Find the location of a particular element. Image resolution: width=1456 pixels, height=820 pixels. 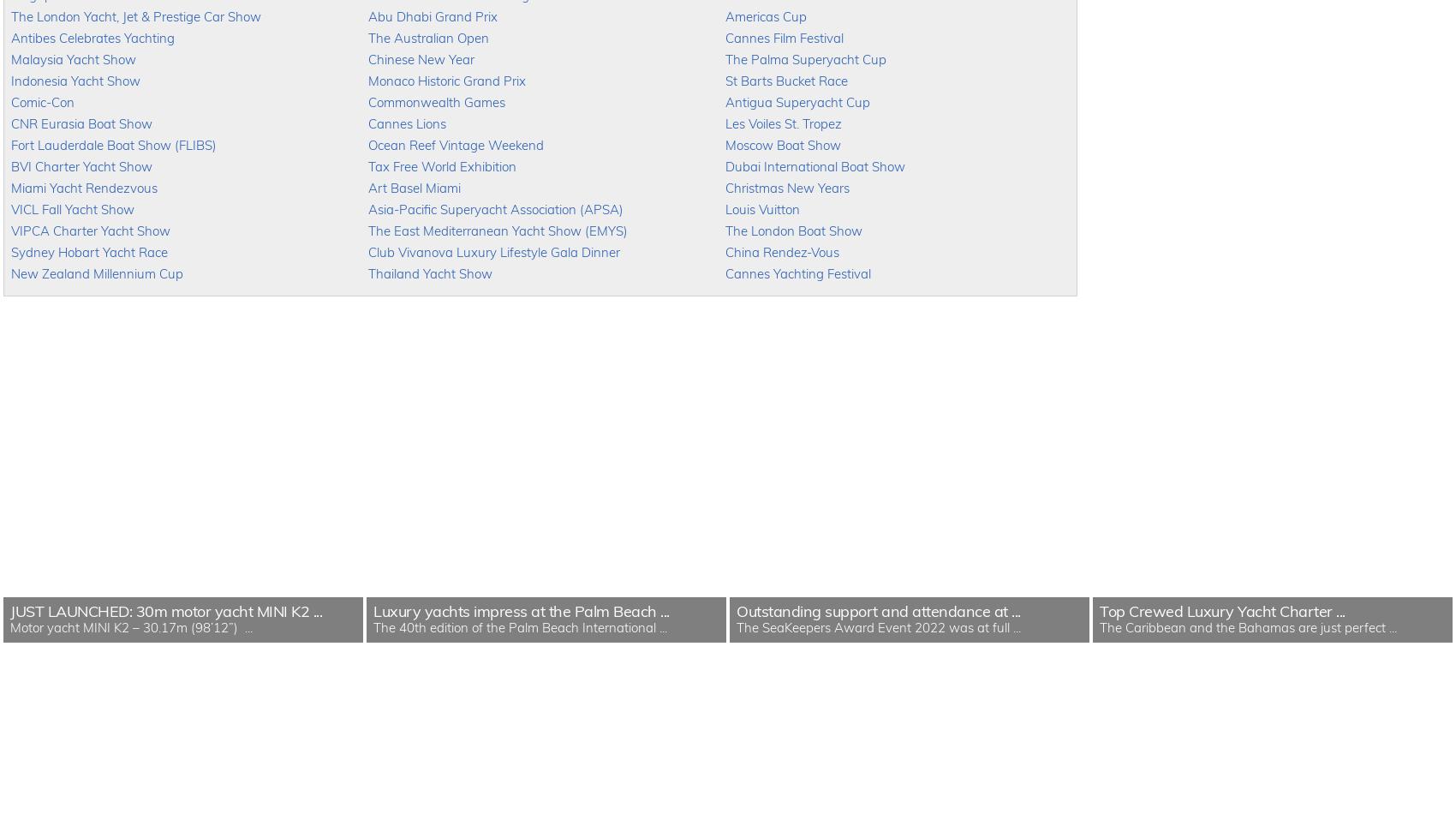

'Fort Lauderdale Boat Show (FLIBS)' is located at coordinates (112, 145).